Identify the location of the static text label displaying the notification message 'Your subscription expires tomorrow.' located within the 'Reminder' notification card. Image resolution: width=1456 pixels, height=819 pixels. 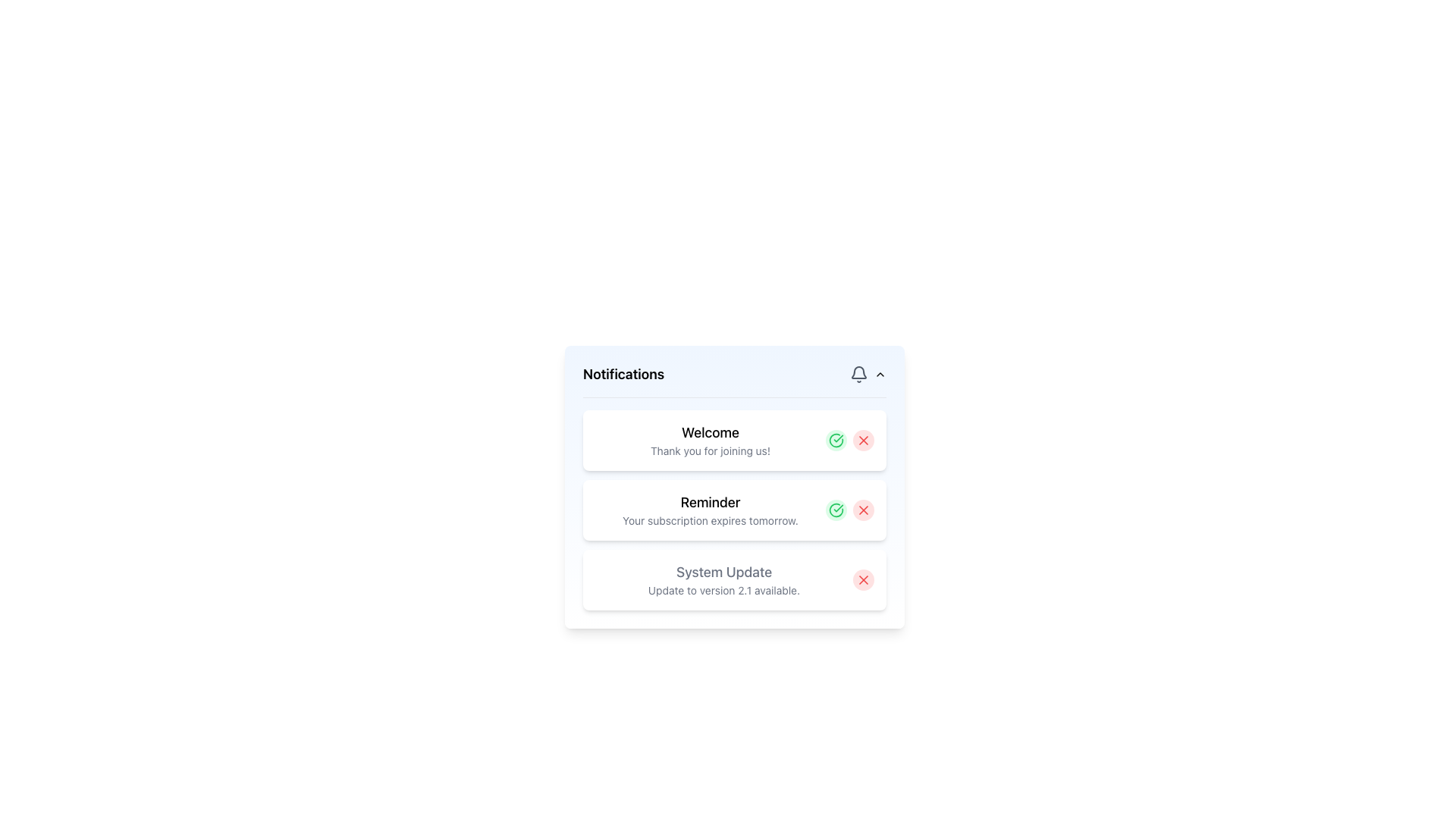
(709, 519).